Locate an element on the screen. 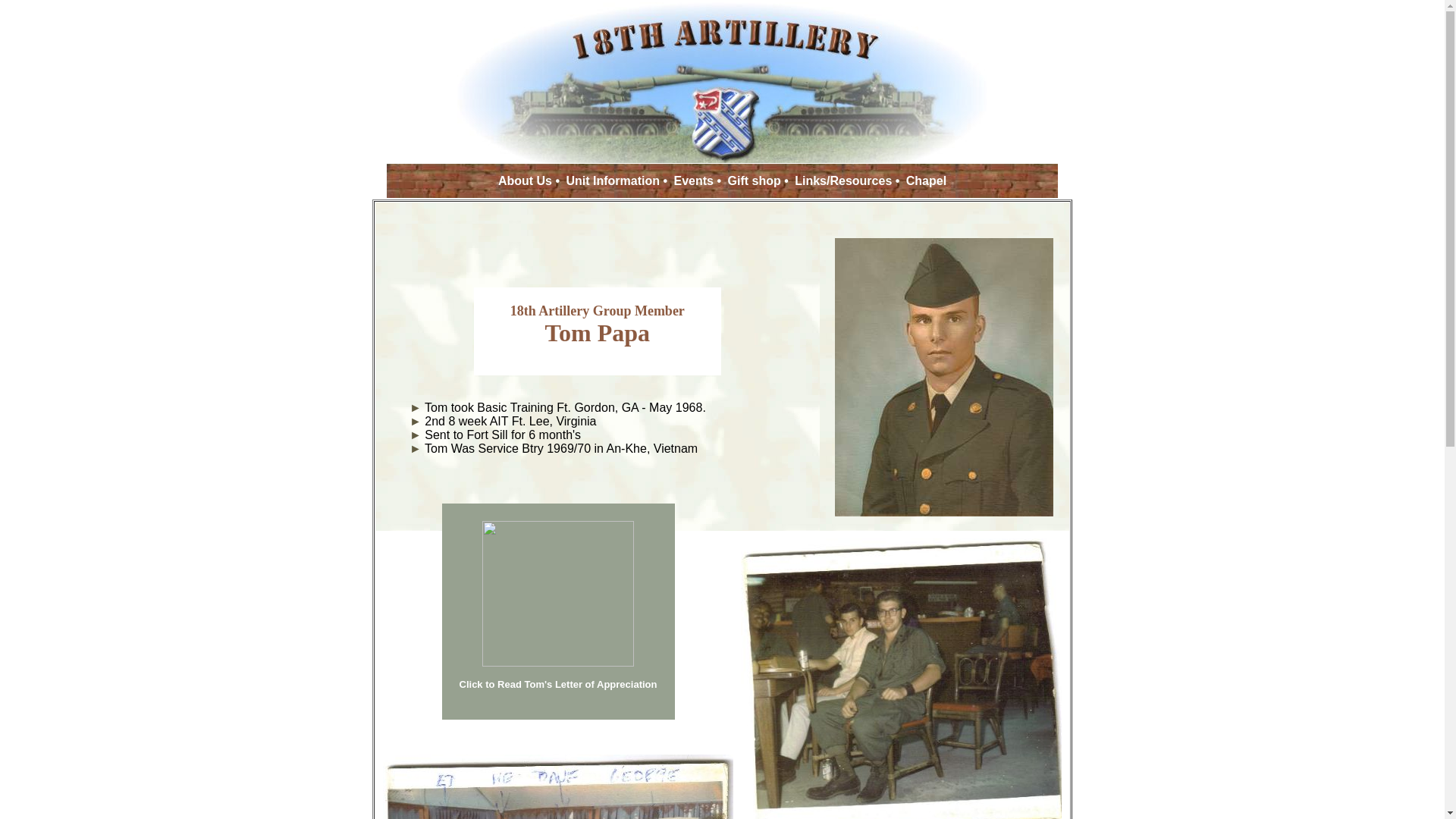  'Click to Read Tom's Letter of Appreciation' is located at coordinates (557, 684).